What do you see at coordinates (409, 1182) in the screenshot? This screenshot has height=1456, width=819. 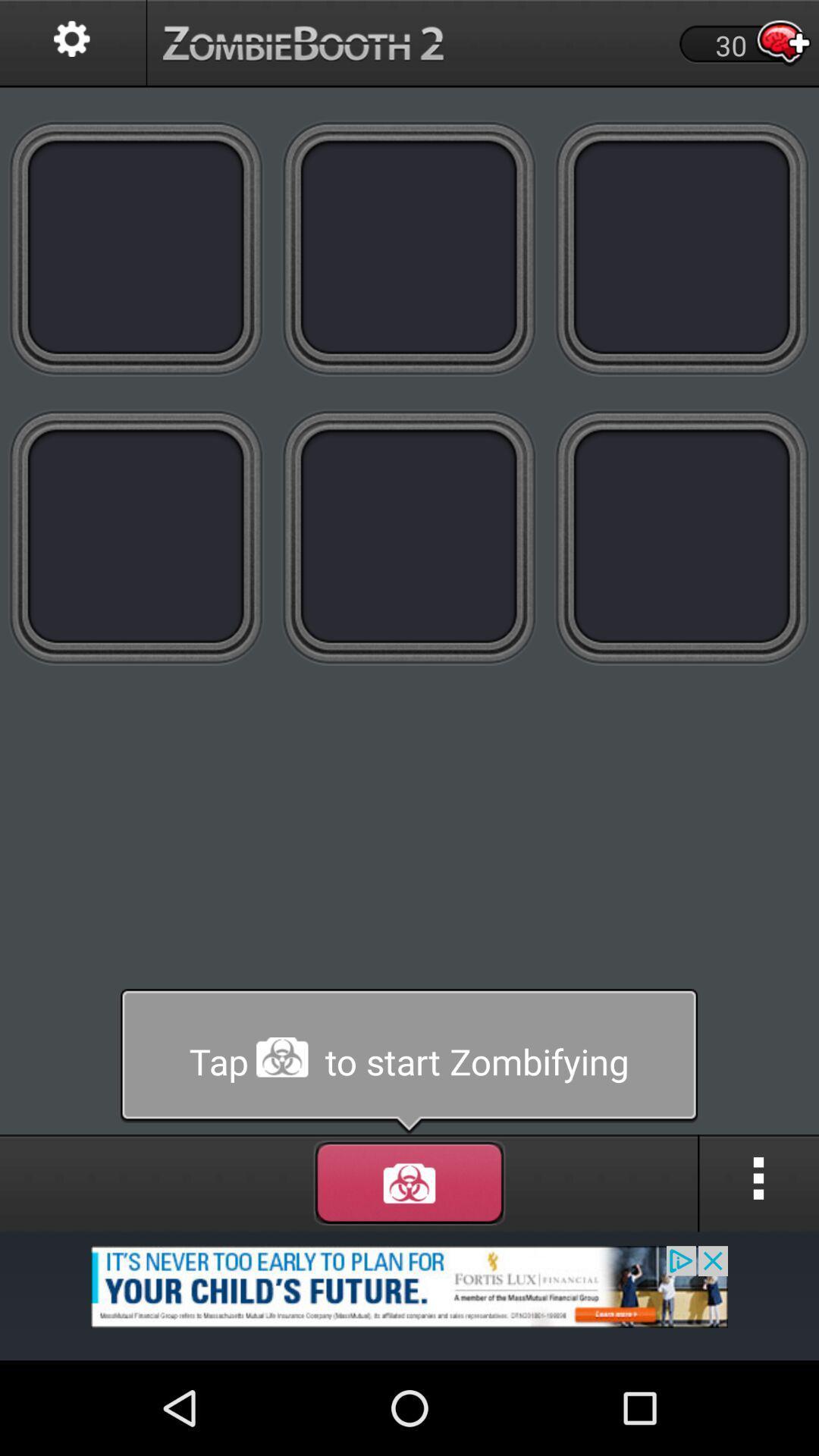 I see `icon which is below` at bounding box center [409, 1182].